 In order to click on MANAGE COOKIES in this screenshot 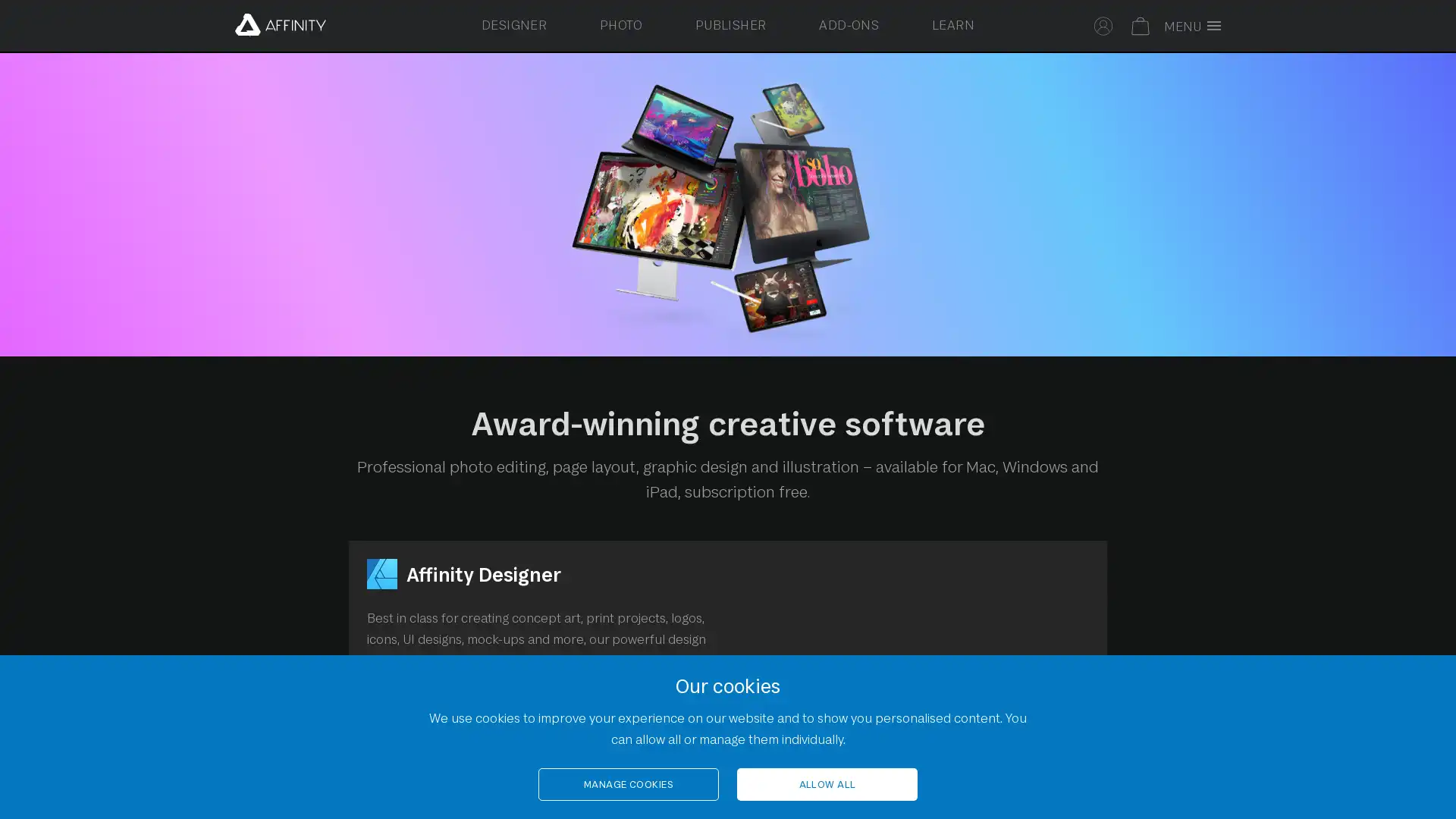, I will do `click(629, 784)`.